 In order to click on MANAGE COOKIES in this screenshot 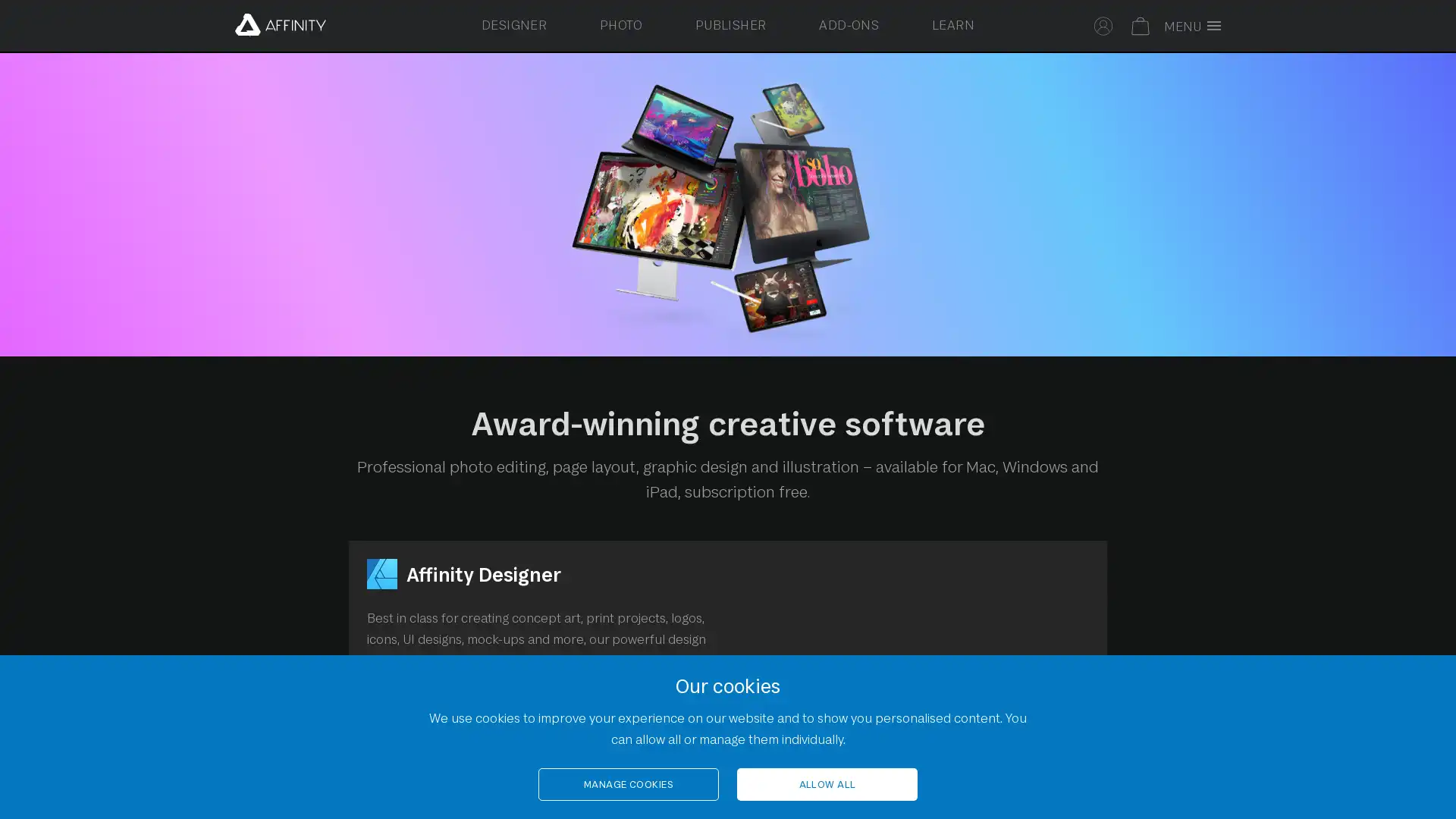, I will do `click(629, 784)`.